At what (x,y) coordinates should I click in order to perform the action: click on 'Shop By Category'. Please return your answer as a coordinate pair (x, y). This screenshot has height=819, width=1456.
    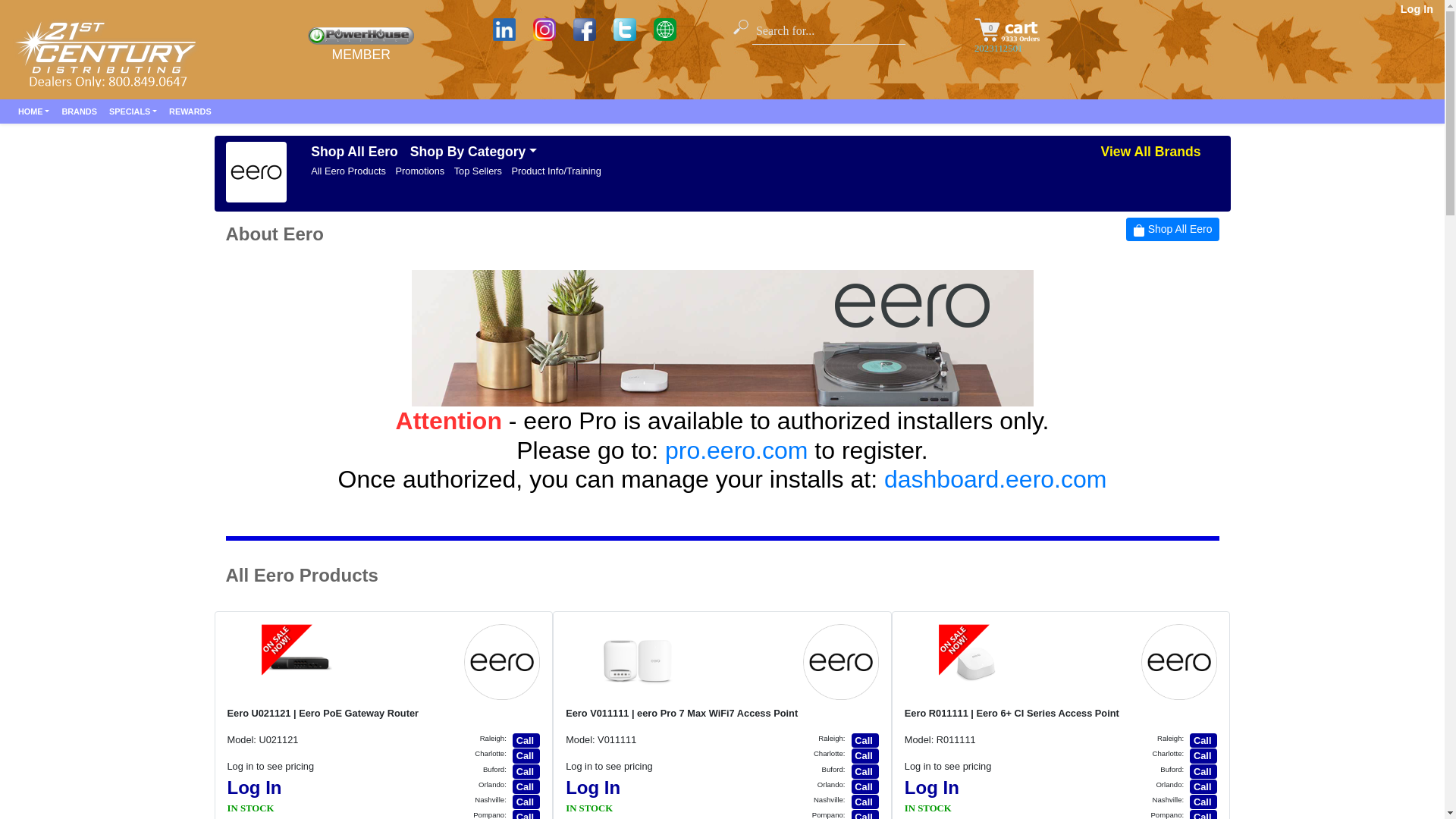
    Looking at the image, I should click on (472, 152).